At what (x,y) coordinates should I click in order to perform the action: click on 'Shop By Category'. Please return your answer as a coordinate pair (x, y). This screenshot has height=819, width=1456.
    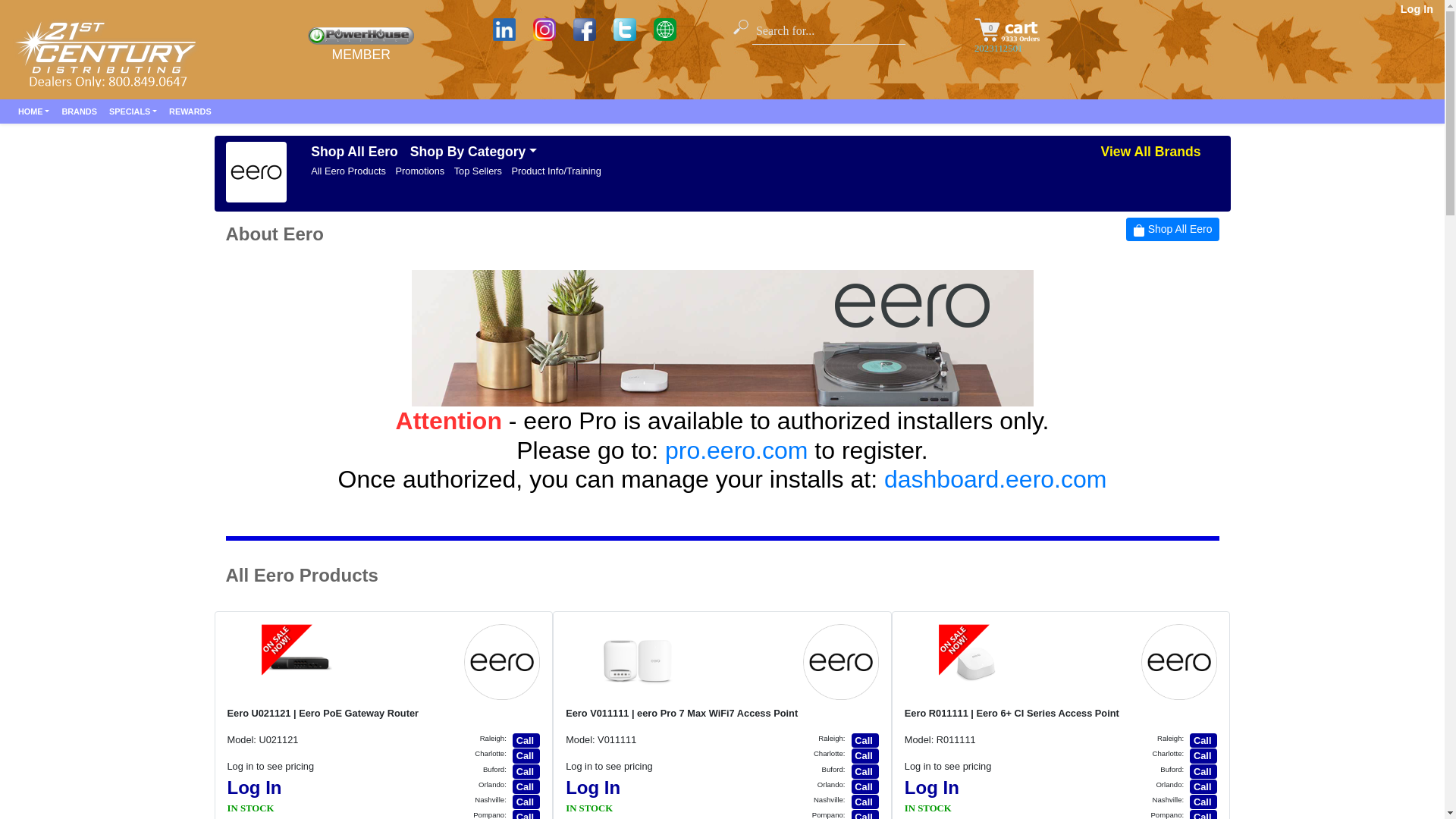
    Looking at the image, I should click on (472, 152).